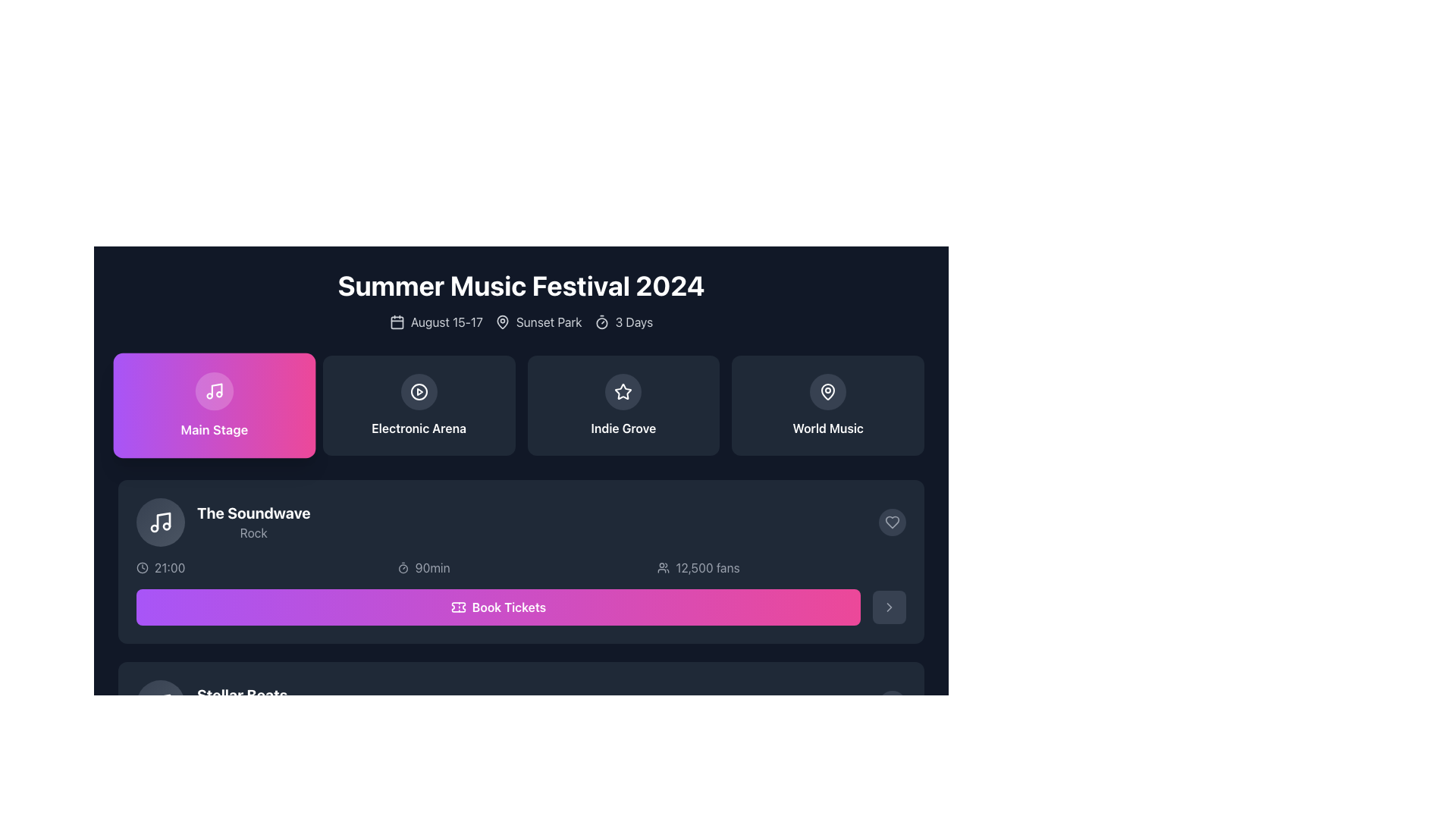 This screenshot has height=819, width=1456. What do you see at coordinates (889, 607) in the screenshot?
I see `the chevron icon located on the right side of the section titled 'The Soundwave'` at bounding box center [889, 607].